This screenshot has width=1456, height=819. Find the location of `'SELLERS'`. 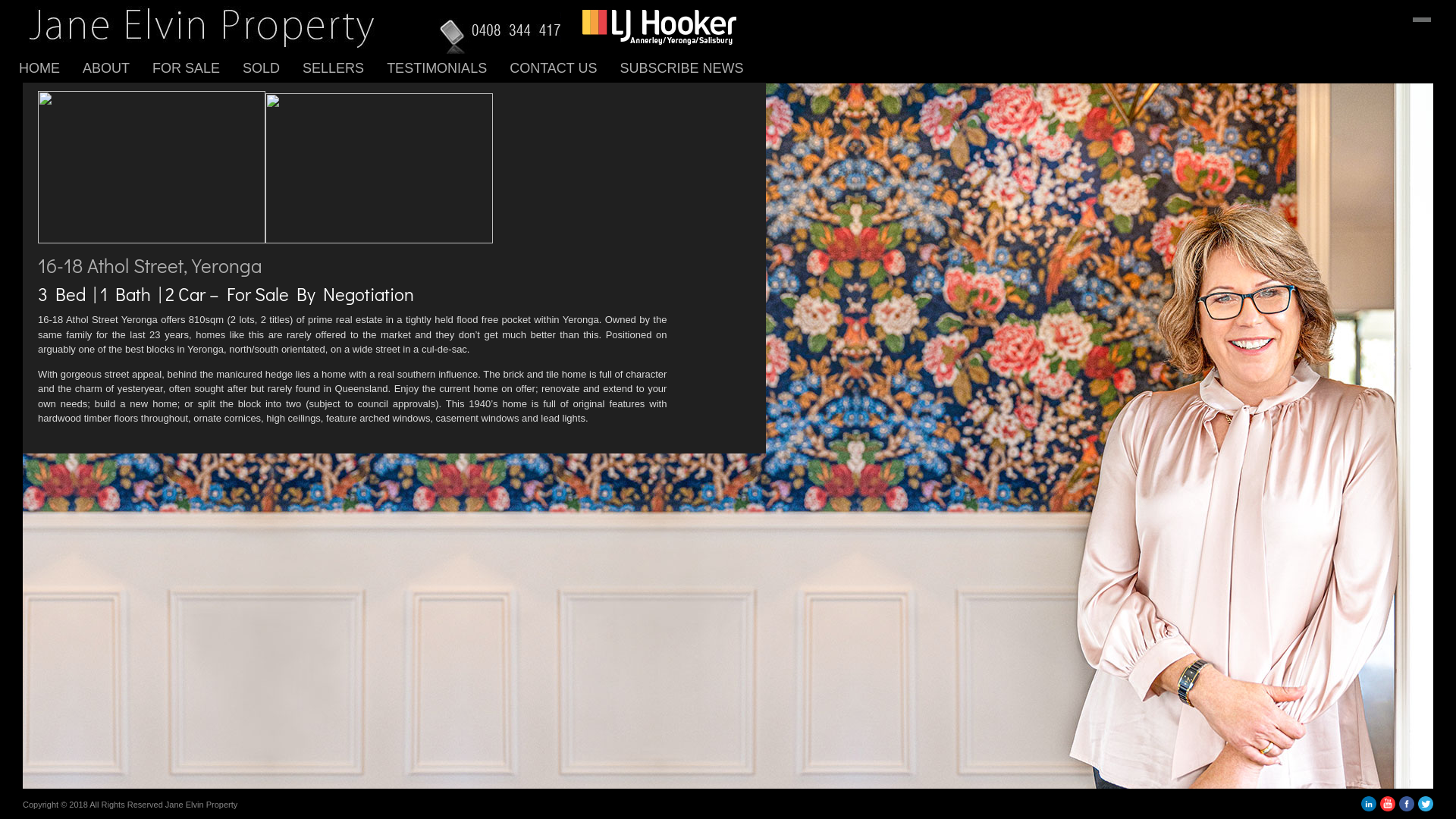

'SELLERS' is located at coordinates (344, 67).